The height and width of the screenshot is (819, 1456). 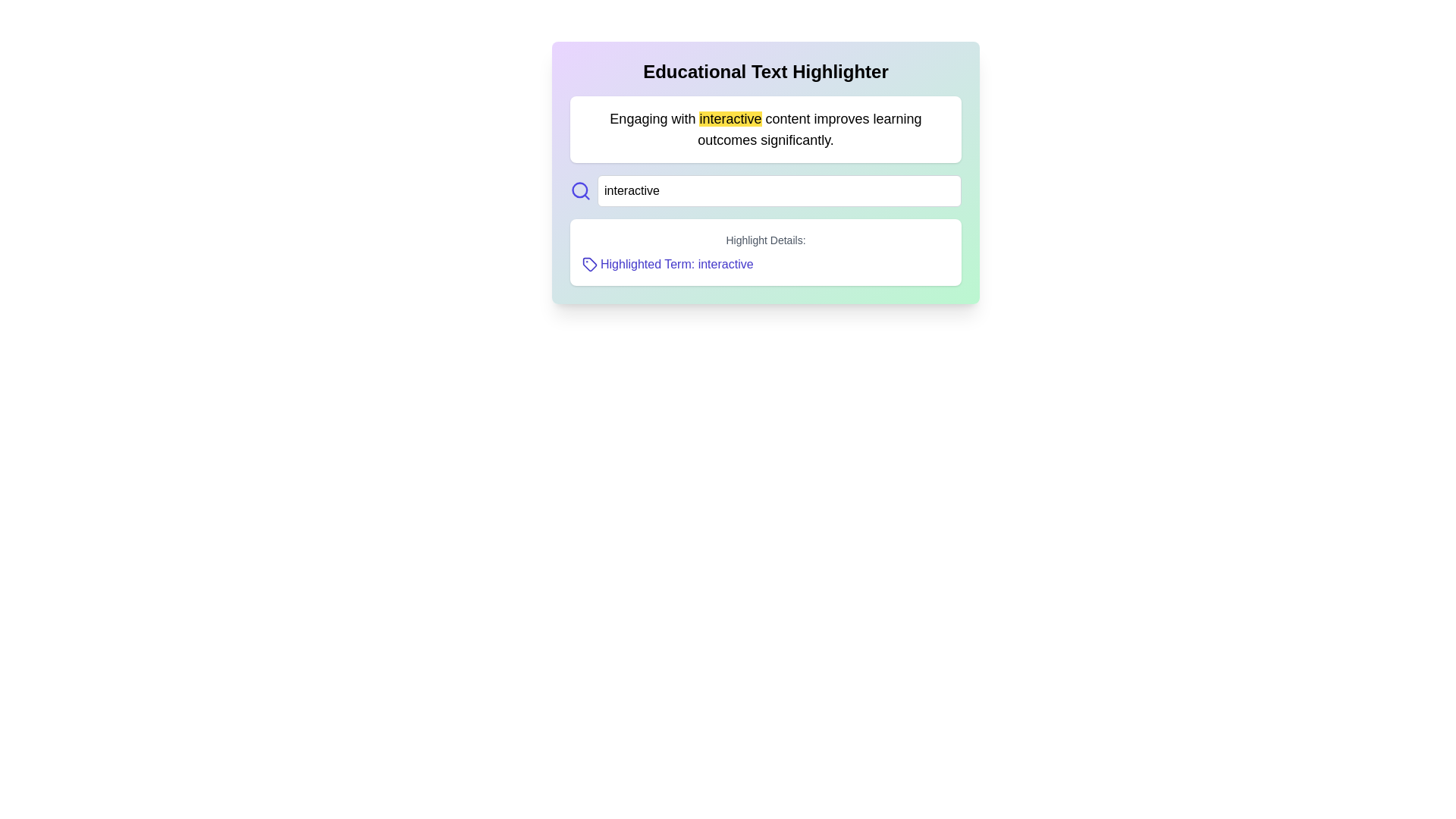 What do you see at coordinates (580, 190) in the screenshot?
I see `the decorative search icon located immediately to the left of the text input field with the placeholder 'Enter term` at bounding box center [580, 190].